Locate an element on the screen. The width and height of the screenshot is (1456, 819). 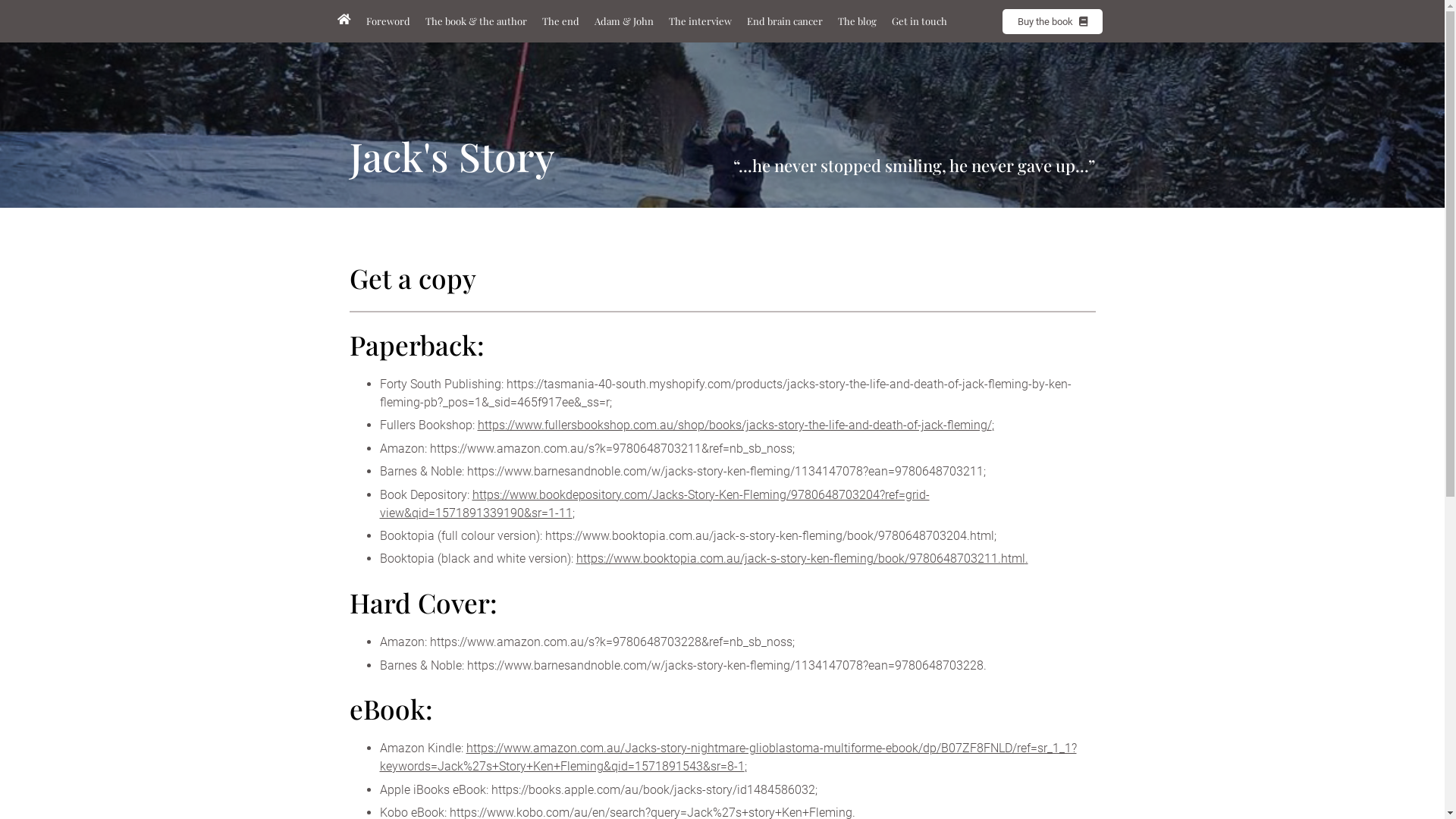
'https://www.amazon.com.au/s?k=9780648703228&ref=nb_sb_noss' is located at coordinates (610, 642).